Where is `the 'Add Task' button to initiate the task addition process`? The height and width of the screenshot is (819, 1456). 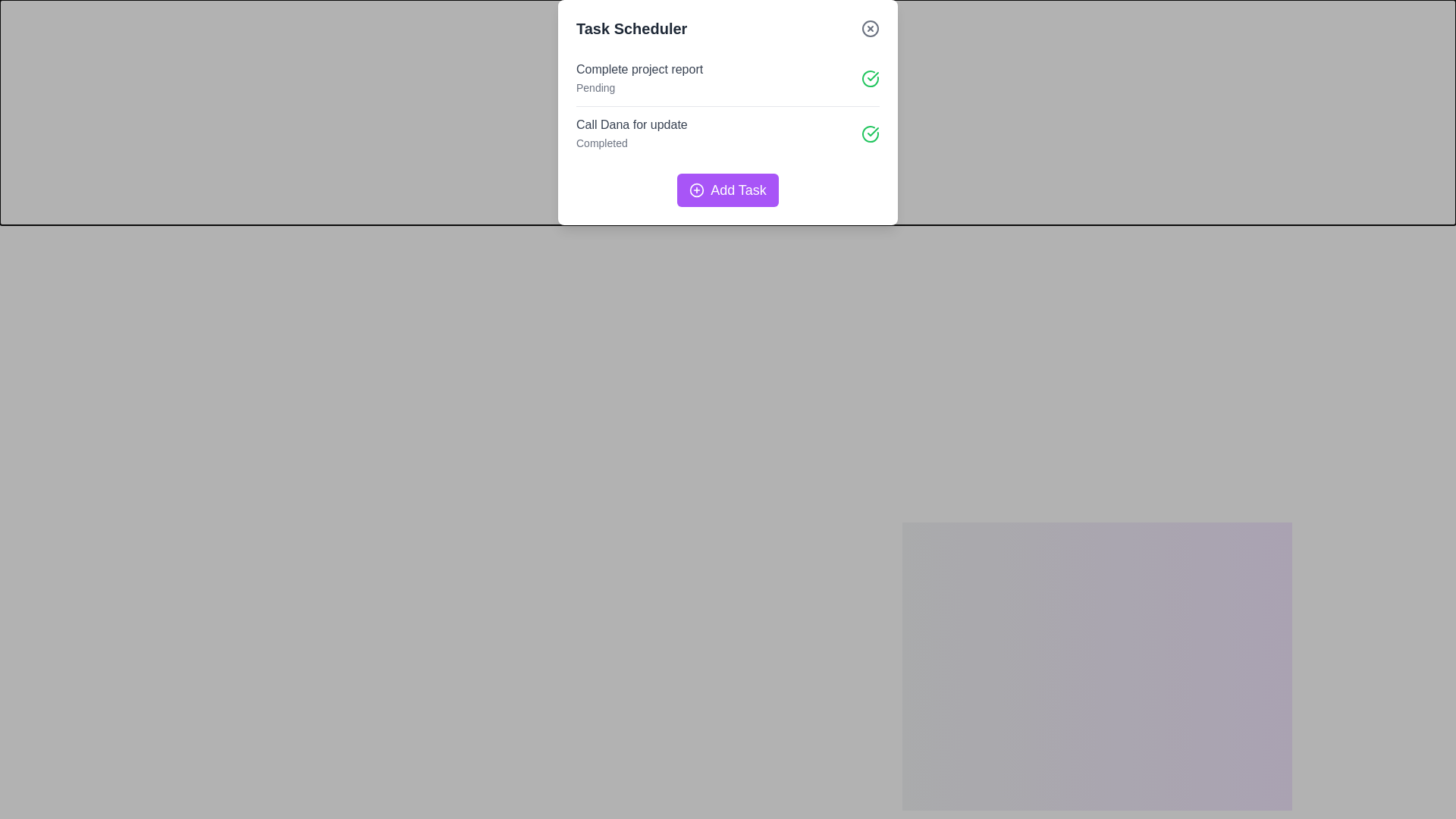
the 'Add Task' button to initiate the task addition process is located at coordinates (1097, 657).